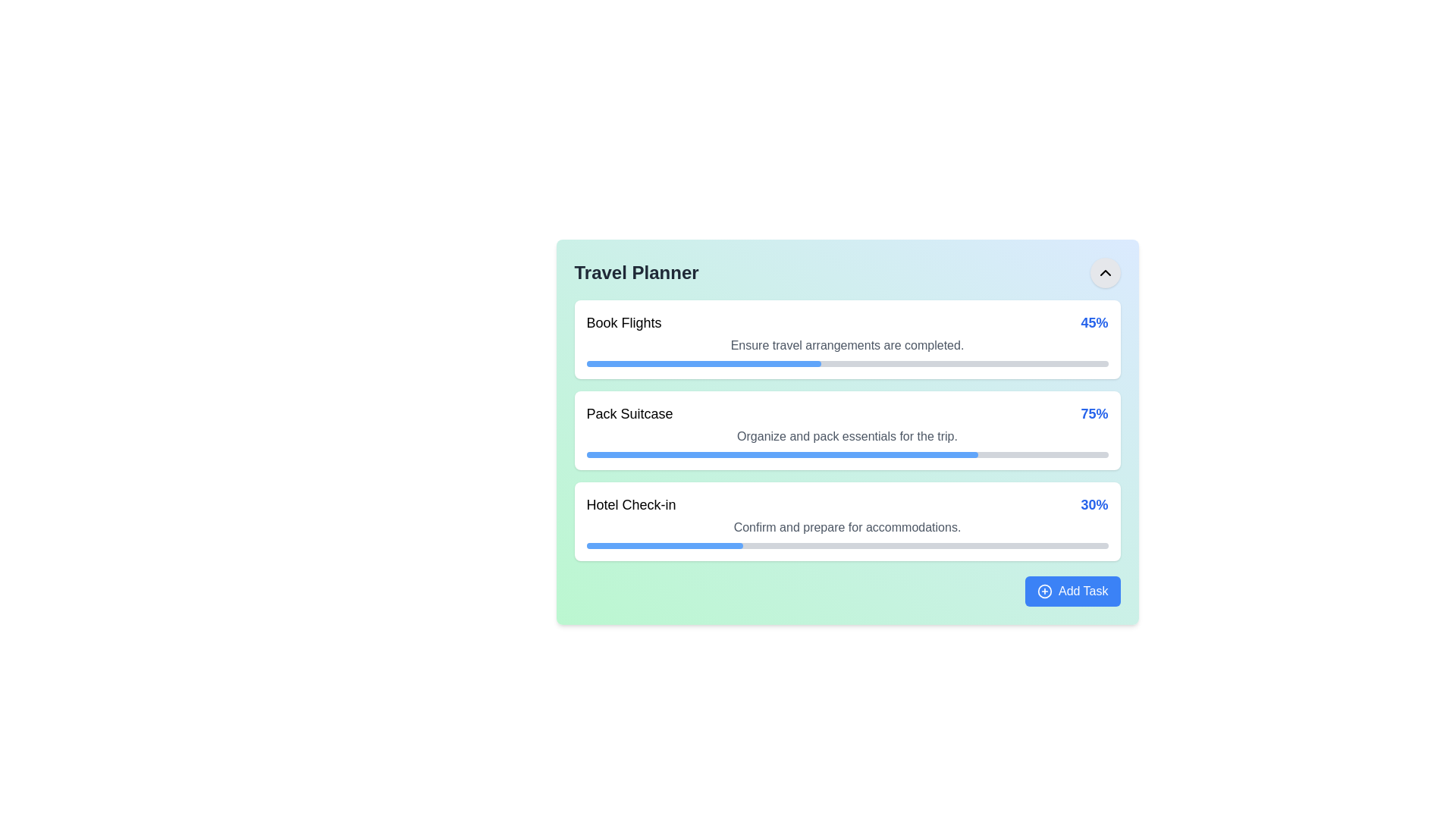 The image size is (1456, 819). I want to click on the upward-pointing chevron arrow button located in the top-right corner of the main card interface, so click(1105, 271).